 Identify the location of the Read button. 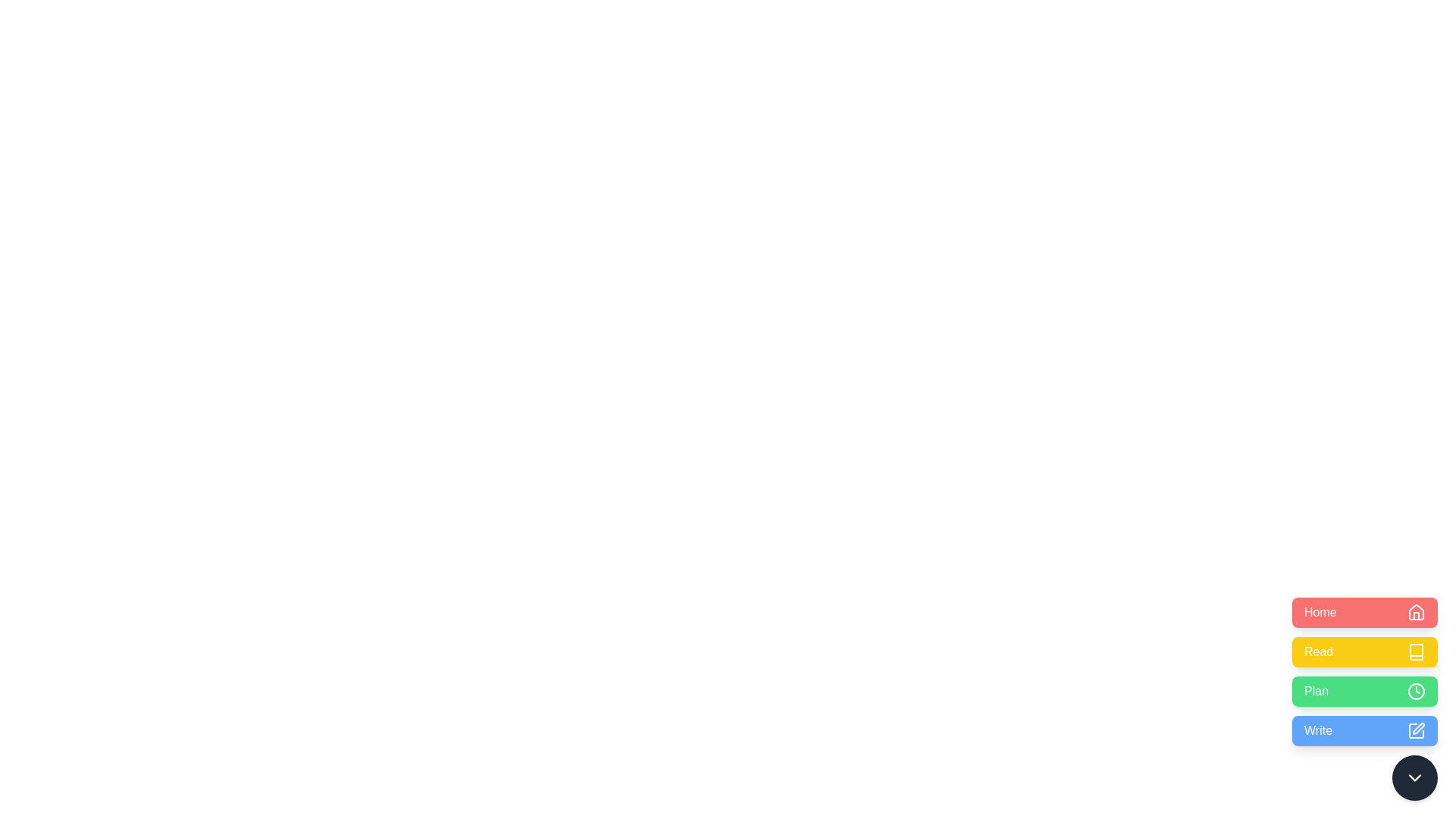
(1365, 651).